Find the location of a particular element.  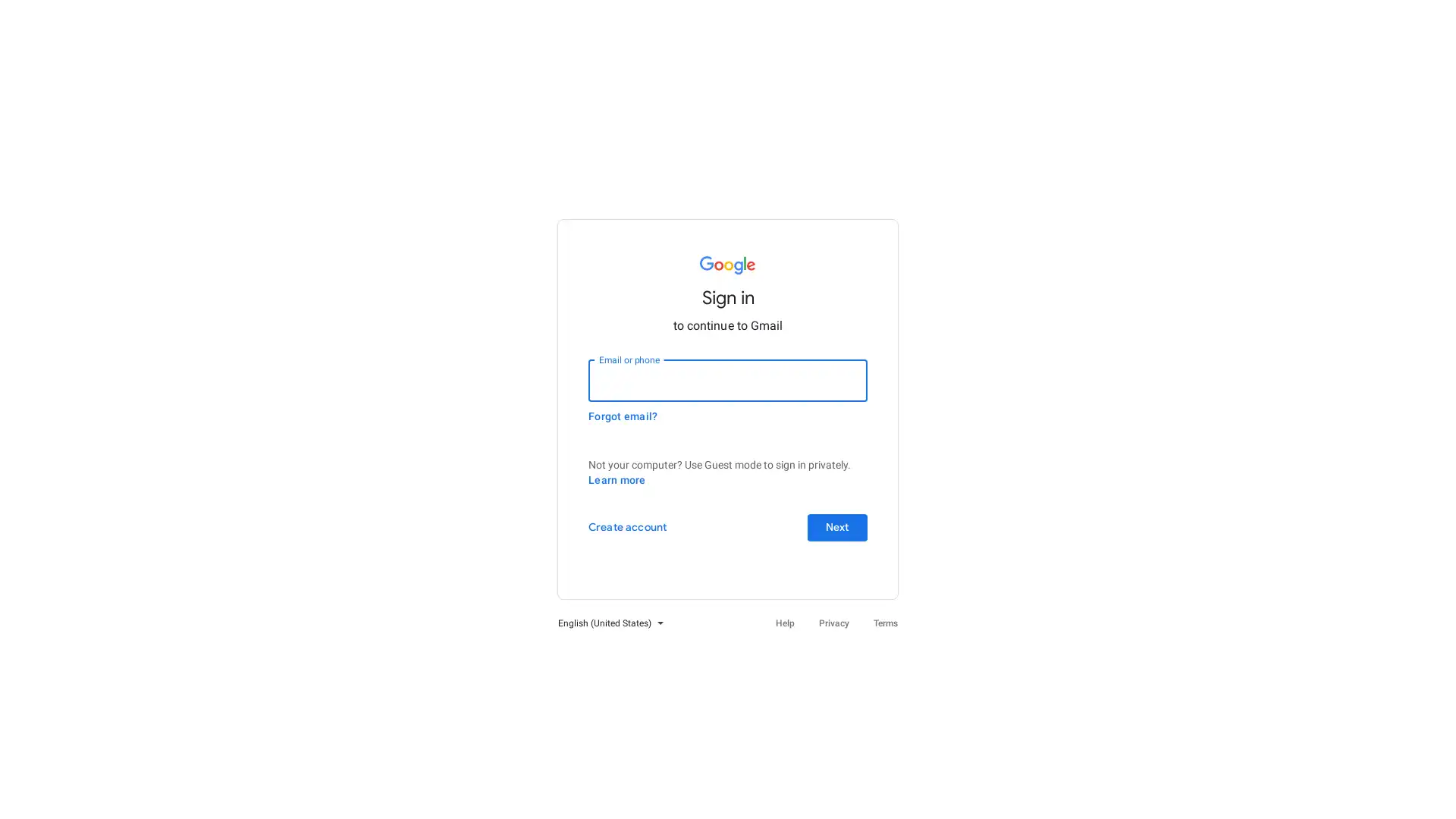

Forgot email? is located at coordinates (623, 415).